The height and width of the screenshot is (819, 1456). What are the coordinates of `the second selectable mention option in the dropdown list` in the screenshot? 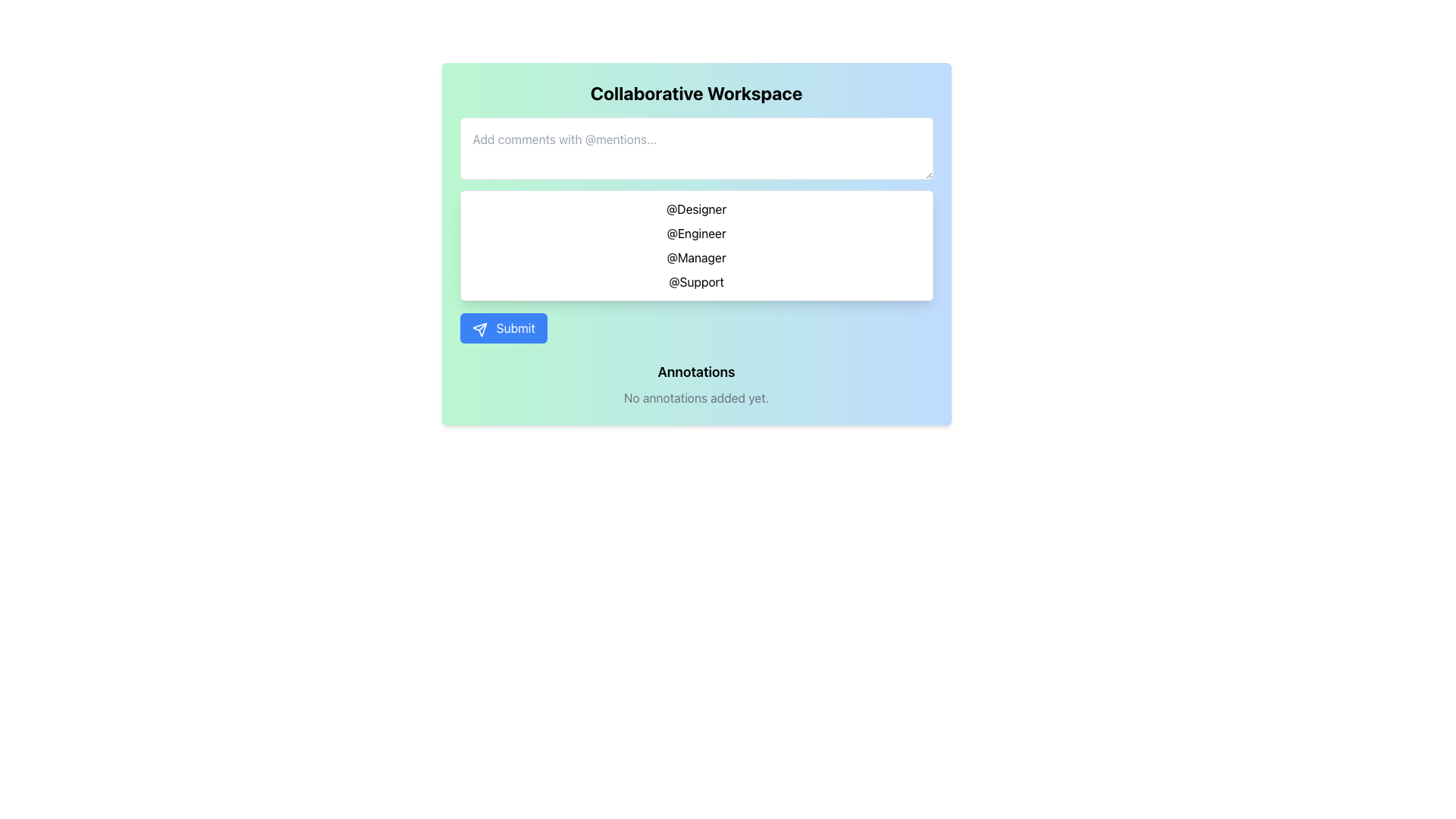 It's located at (695, 234).